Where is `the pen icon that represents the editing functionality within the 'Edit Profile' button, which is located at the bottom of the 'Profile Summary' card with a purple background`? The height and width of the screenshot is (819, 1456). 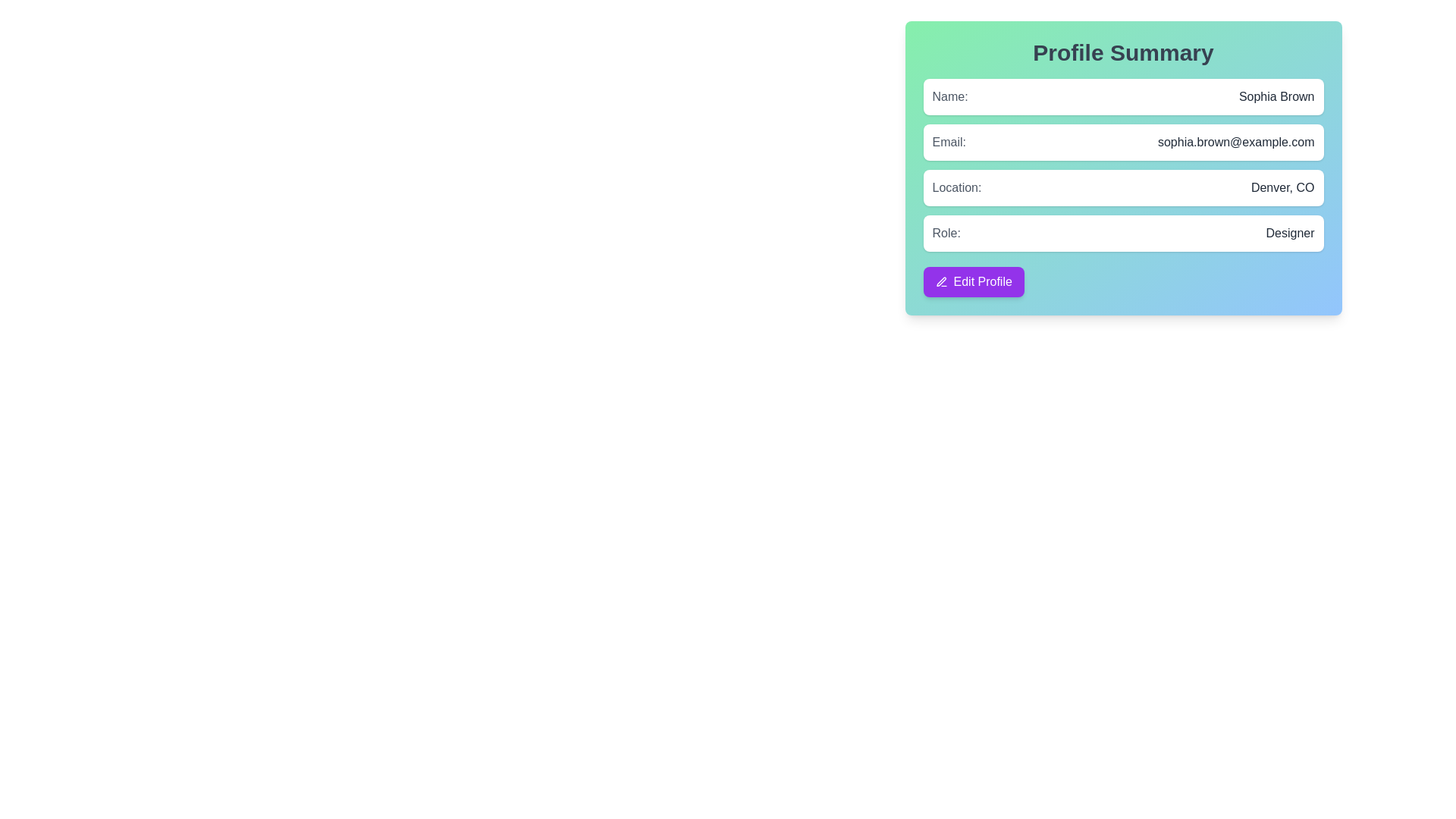
the pen icon that represents the editing functionality within the 'Edit Profile' button, which is located at the bottom of the 'Profile Summary' card with a purple background is located at coordinates (940, 281).